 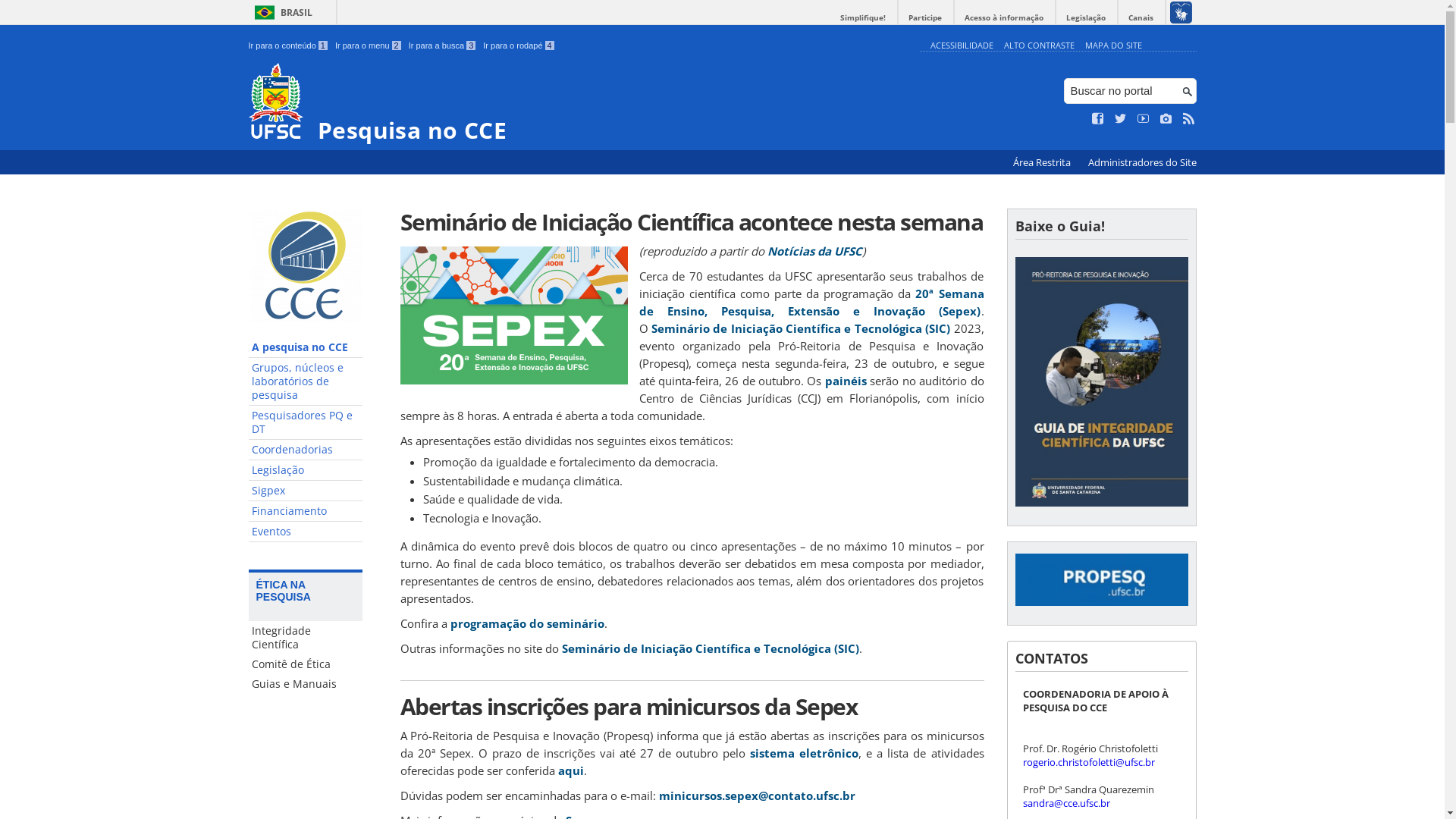 I want to click on 'Participe', so click(x=924, y=17).